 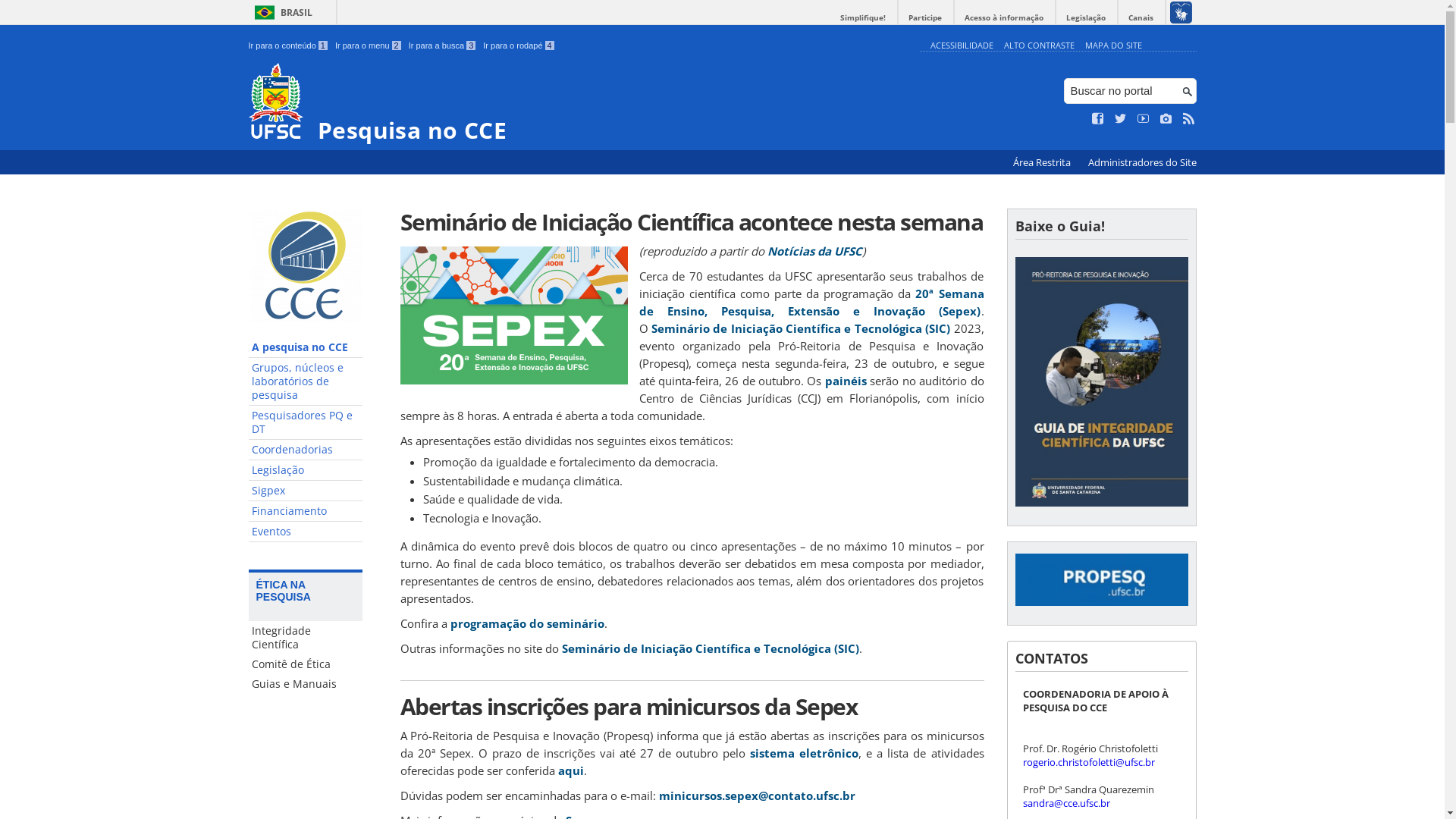 I want to click on 'Participe', so click(x=924, y=17).